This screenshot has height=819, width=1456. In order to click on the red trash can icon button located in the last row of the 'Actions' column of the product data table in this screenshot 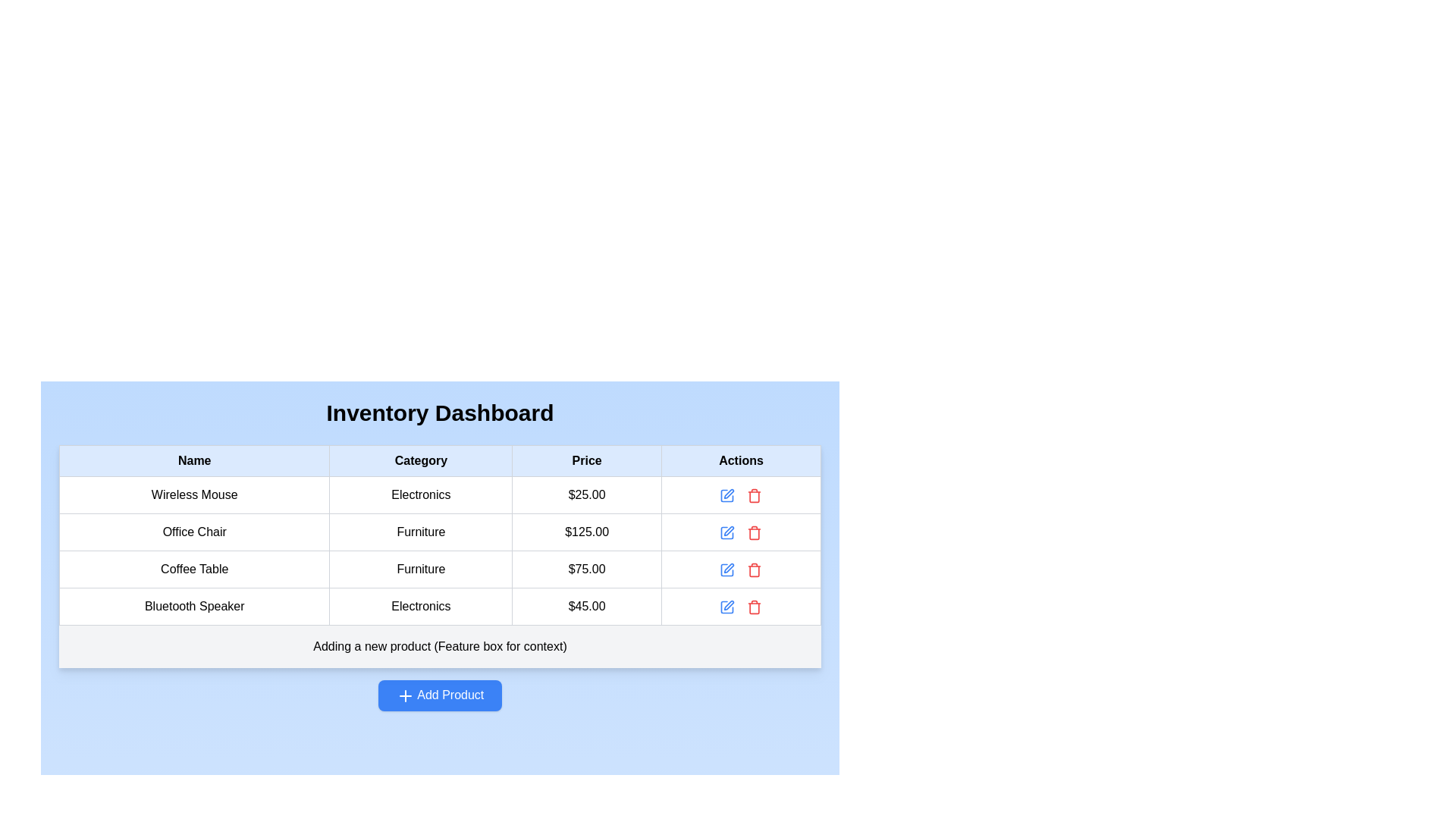, I will do `click(755, 605)`.